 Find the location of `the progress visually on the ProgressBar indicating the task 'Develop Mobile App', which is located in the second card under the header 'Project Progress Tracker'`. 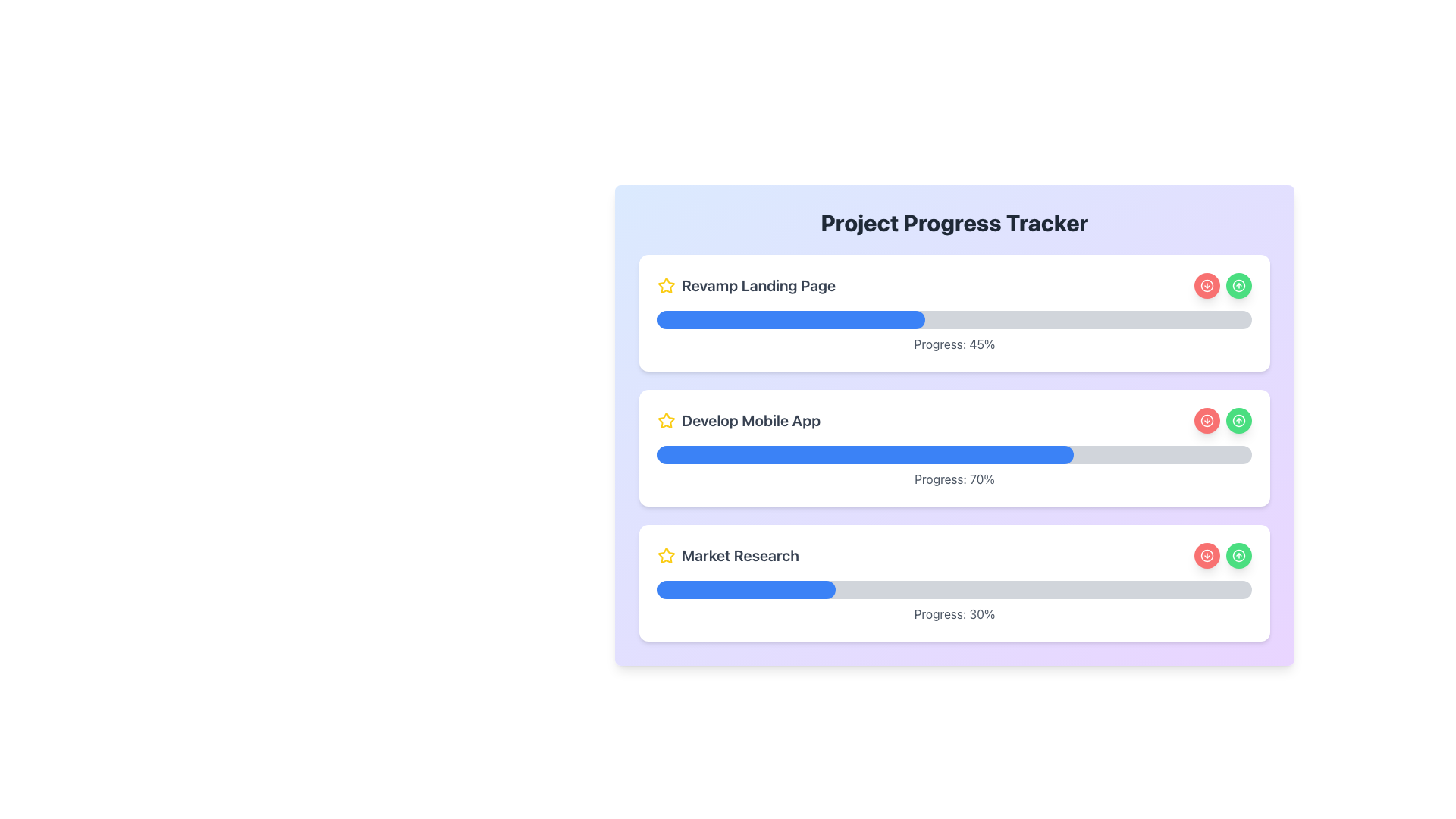

the progress visually on the ProgressBar indicating the task 'Develop Mobile App', which is located in the second card under the header 'Project Progress Tracker' is located at coordinates (953, 454).